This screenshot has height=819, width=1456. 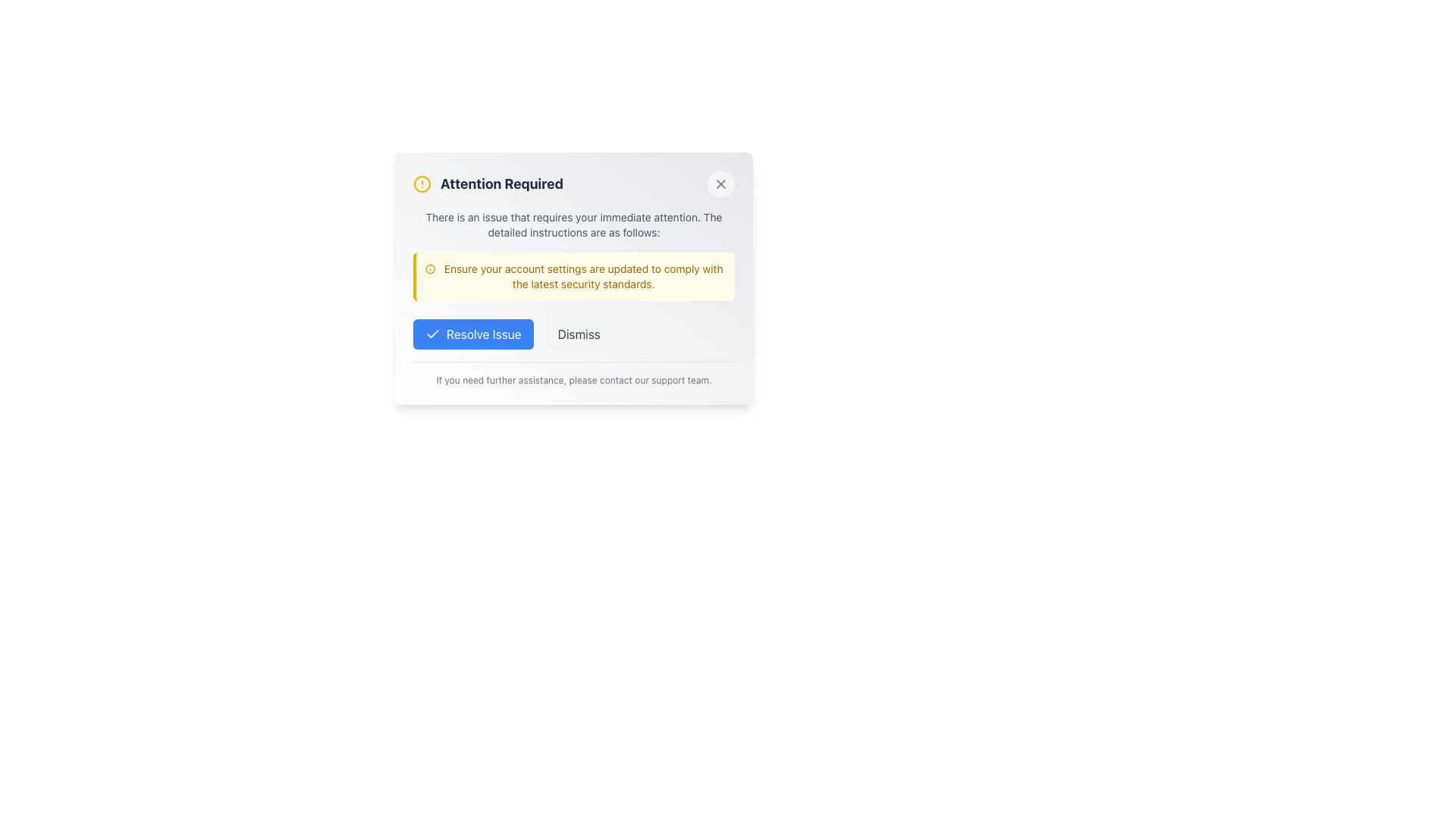 What do you see at coordinates (578, 333) in the screenshot?
I see `the 'Dismiss' button, which is a rectangular button with a light gray background and rounded edges, located to the right of the 'Resolve Issue' button in a button group at the bottom of a modal window` at bounding box center [578, 333].